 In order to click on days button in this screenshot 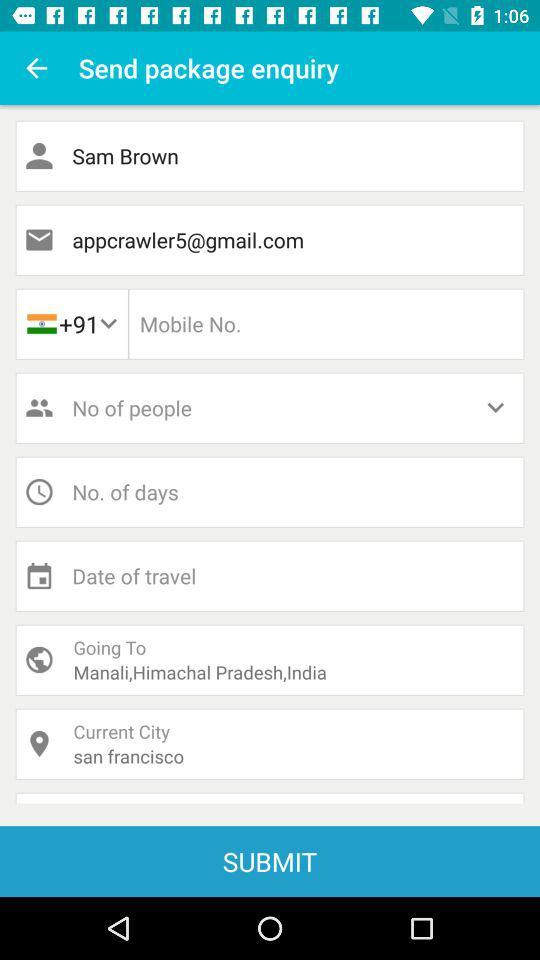, I will do `click(270, 491)`.